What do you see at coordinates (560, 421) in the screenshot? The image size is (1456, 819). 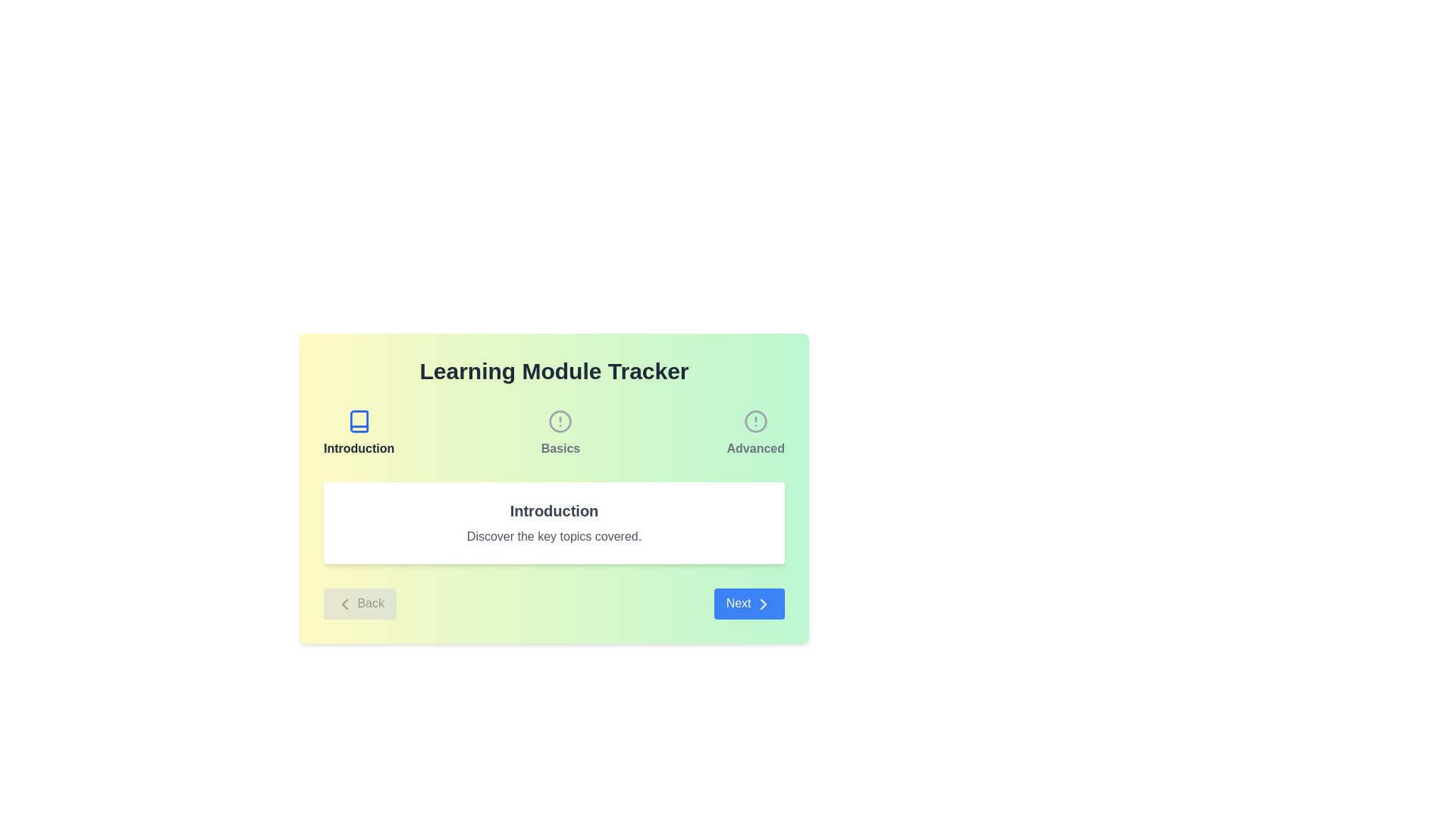 I see `the circular graphical element within the 'Basics' SVG icon, which serves as an informational alert indicator` at bounding box center [560, 421].